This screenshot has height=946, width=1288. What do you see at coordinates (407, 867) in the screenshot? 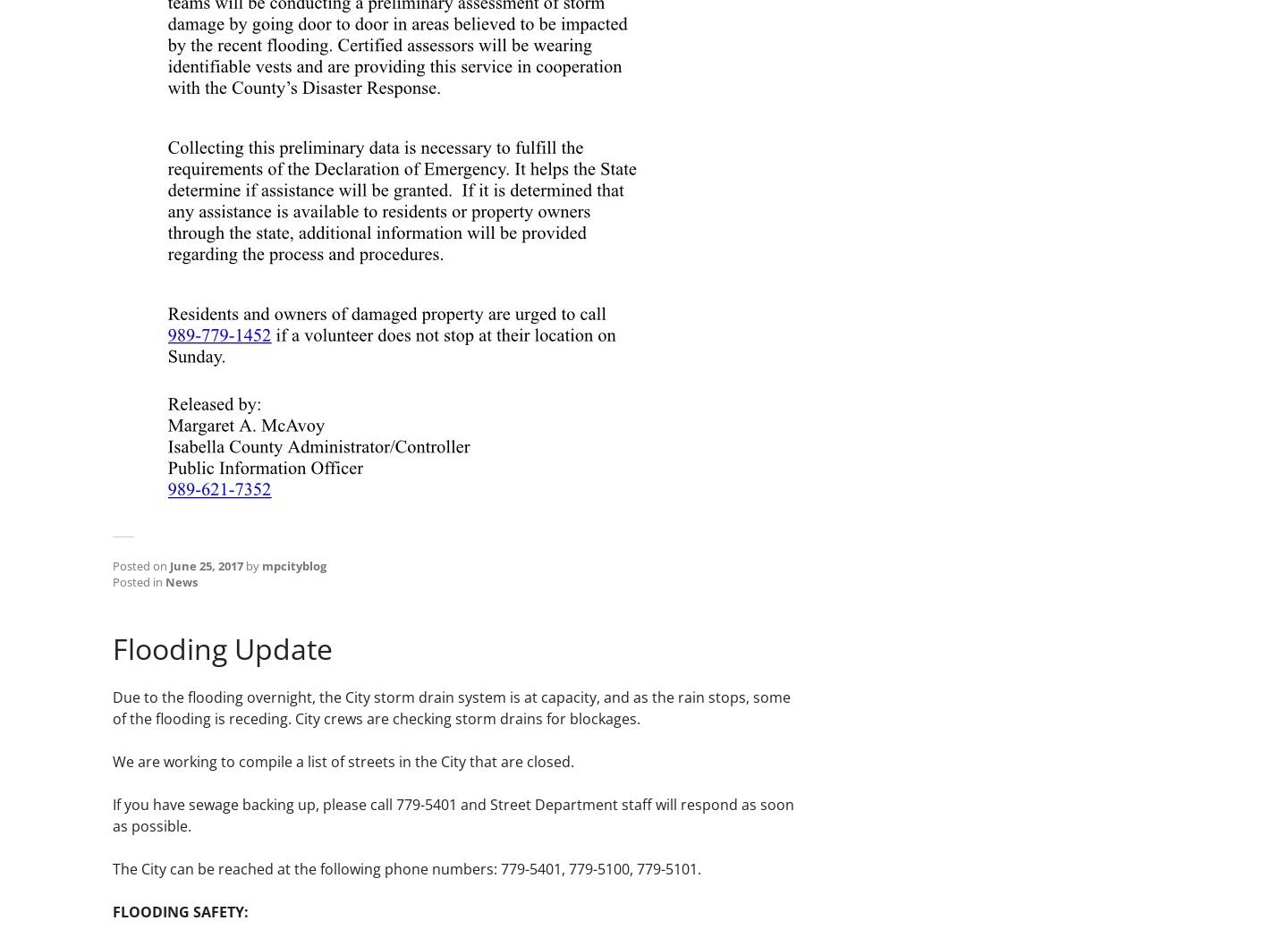
I see `'The City can be reached at the following phone numbers: 779-5401, 779-5100, 779-5101.'` at bounding box center [407, 867].